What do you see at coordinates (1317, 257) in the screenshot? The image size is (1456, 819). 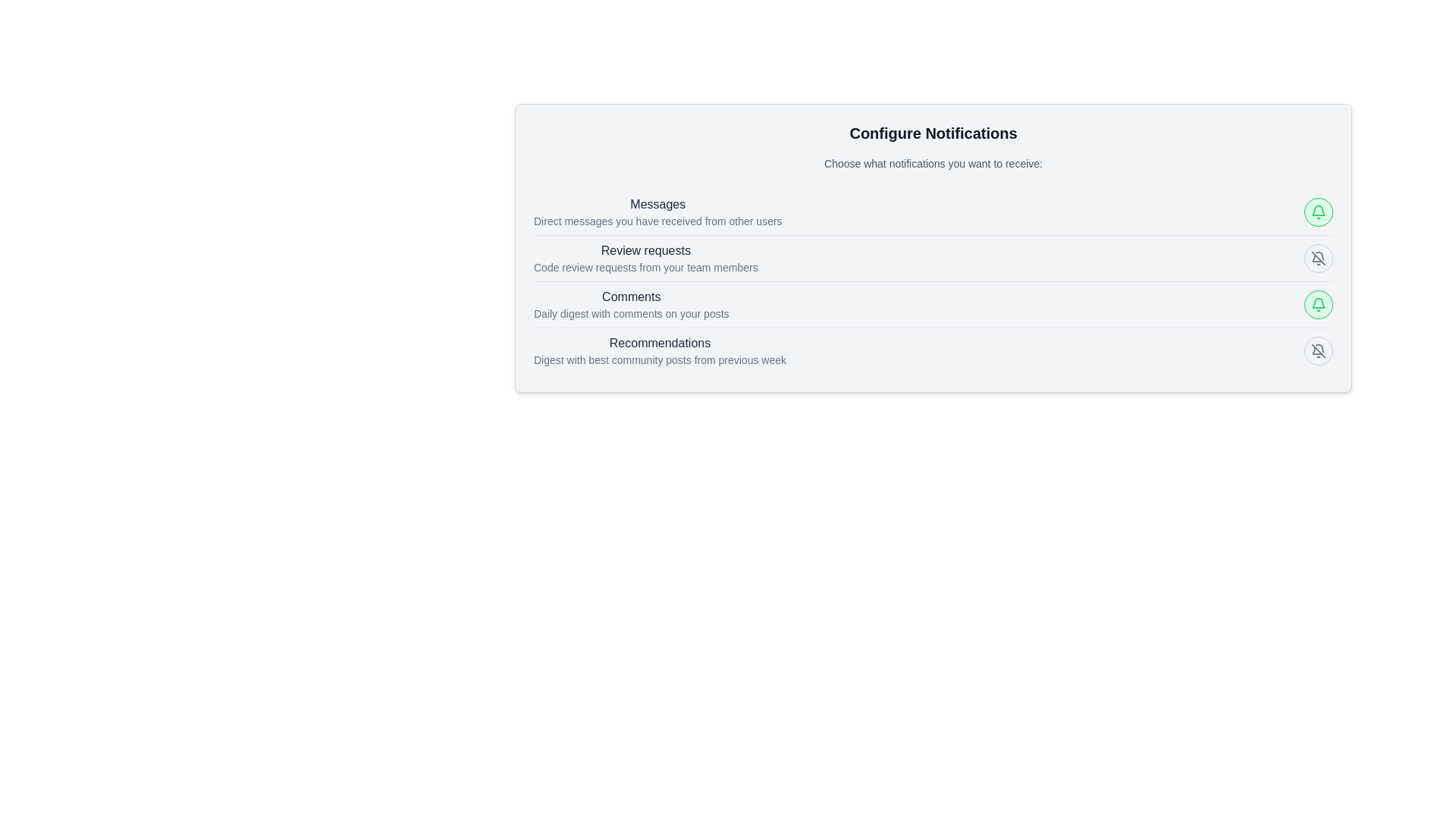 I see `the disabled notification status icon located in the top-right corner of the 'Recommendations' section in the notification settings panel` at bounding box center [1317, 257].